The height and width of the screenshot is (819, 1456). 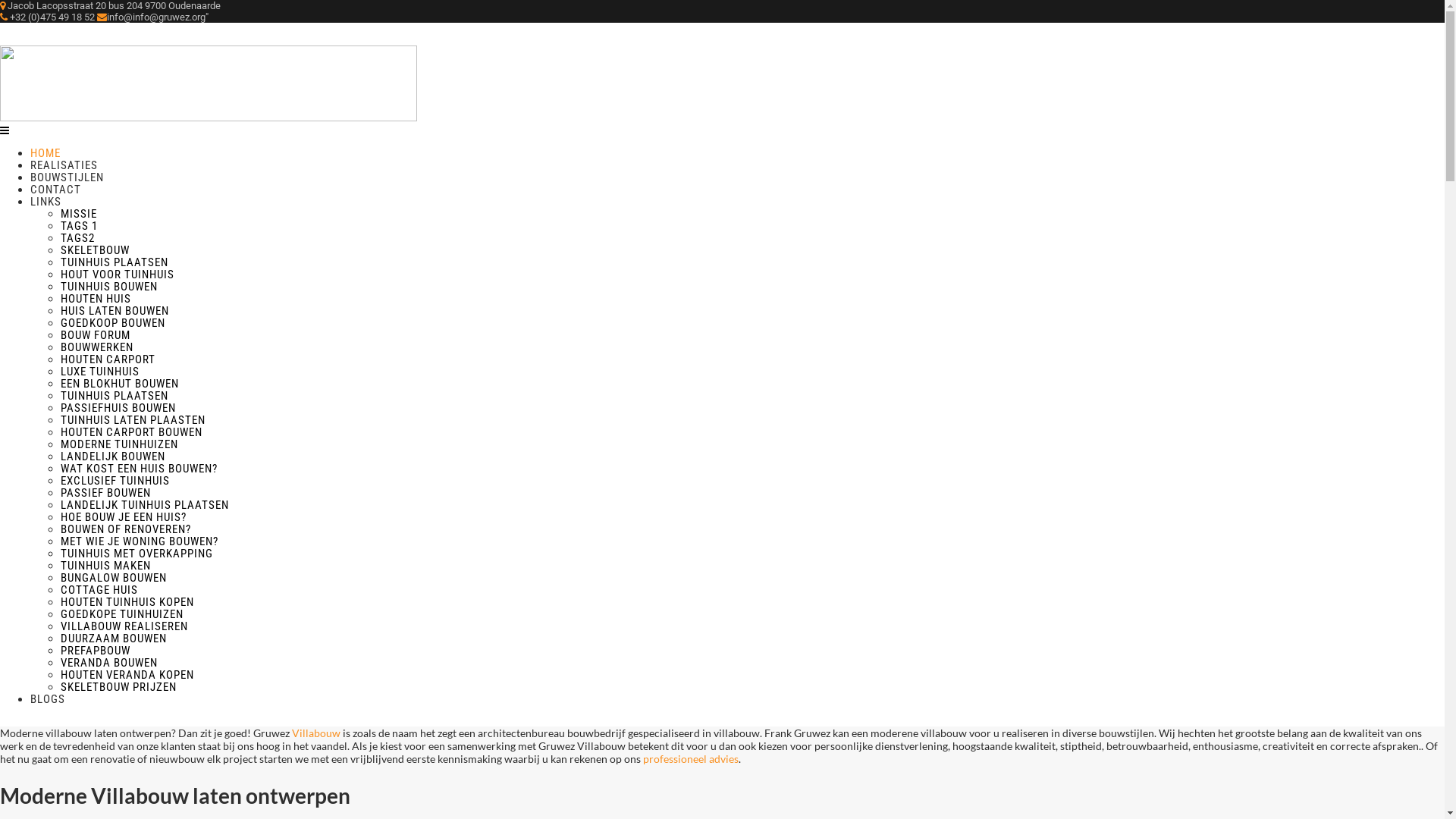 I want to click on 'MISSIE', so click(x=61, y=213).